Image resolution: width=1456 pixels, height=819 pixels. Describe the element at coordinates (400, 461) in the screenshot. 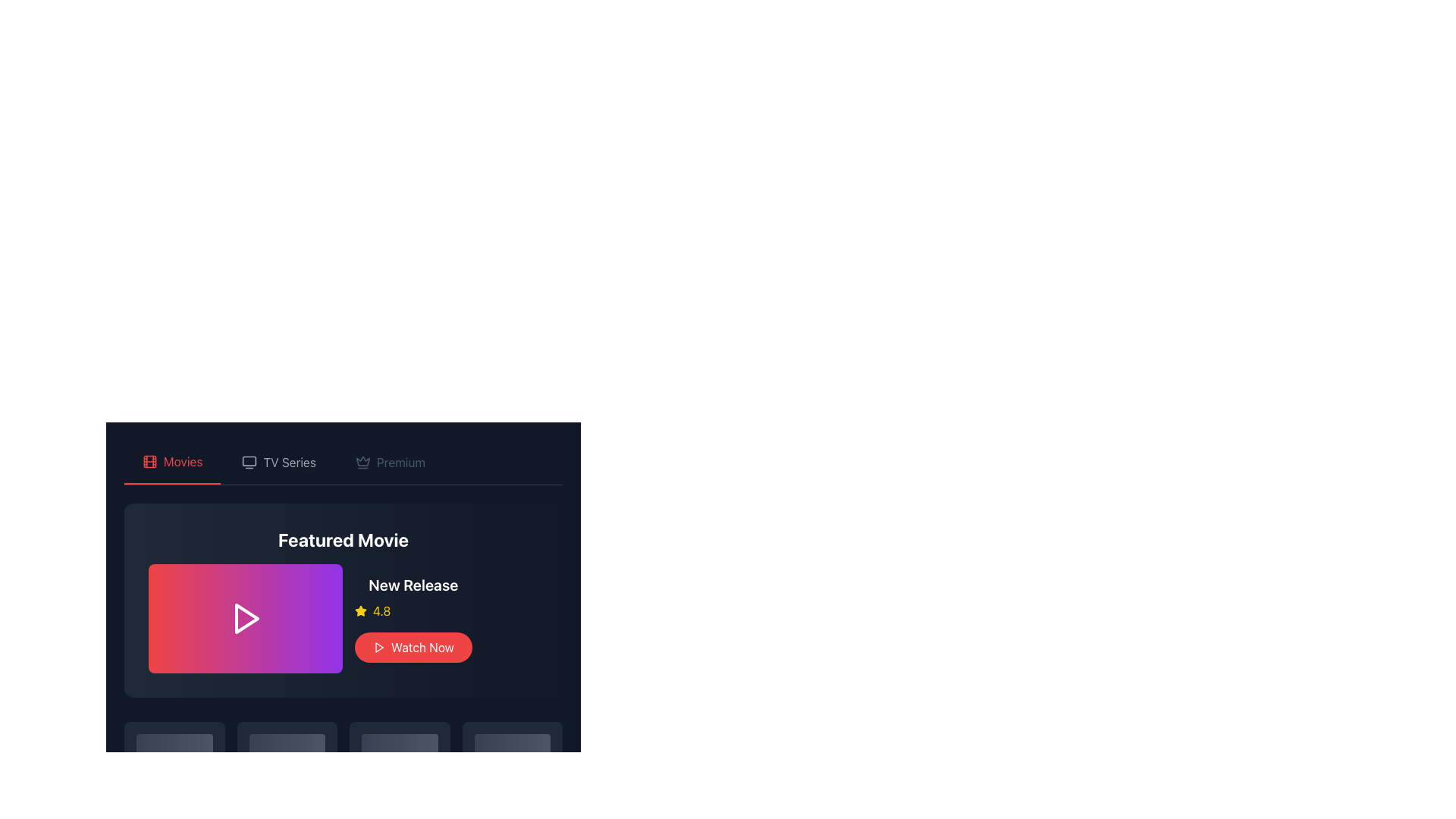

I see `the text label indicating premium or exclusive content, located in the top navigation bar between the 'TV Series' and 'Movies' menu items` at that location.